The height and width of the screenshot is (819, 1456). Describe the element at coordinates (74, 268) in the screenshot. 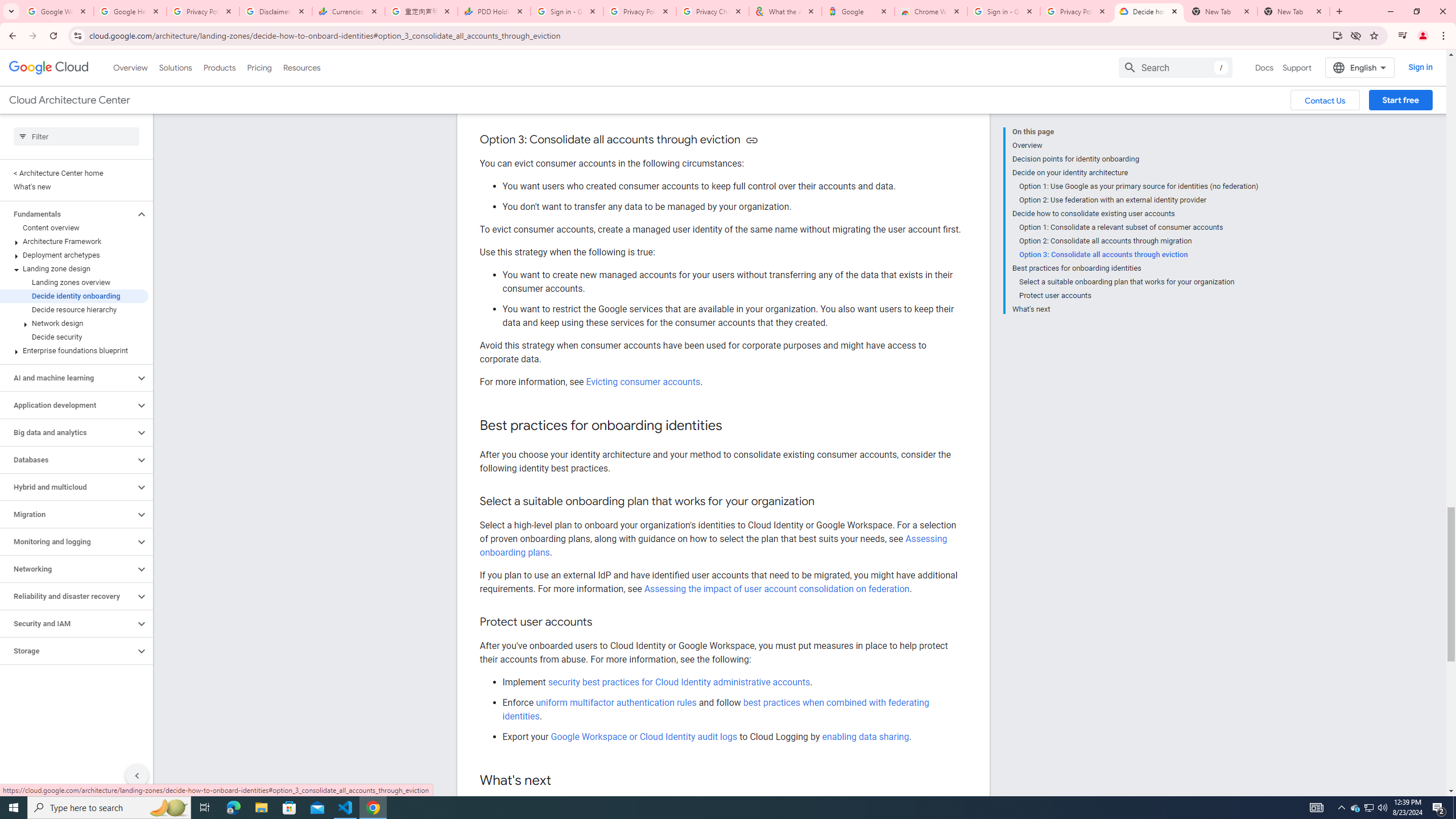

I see `'Landing zone design'` at that location.